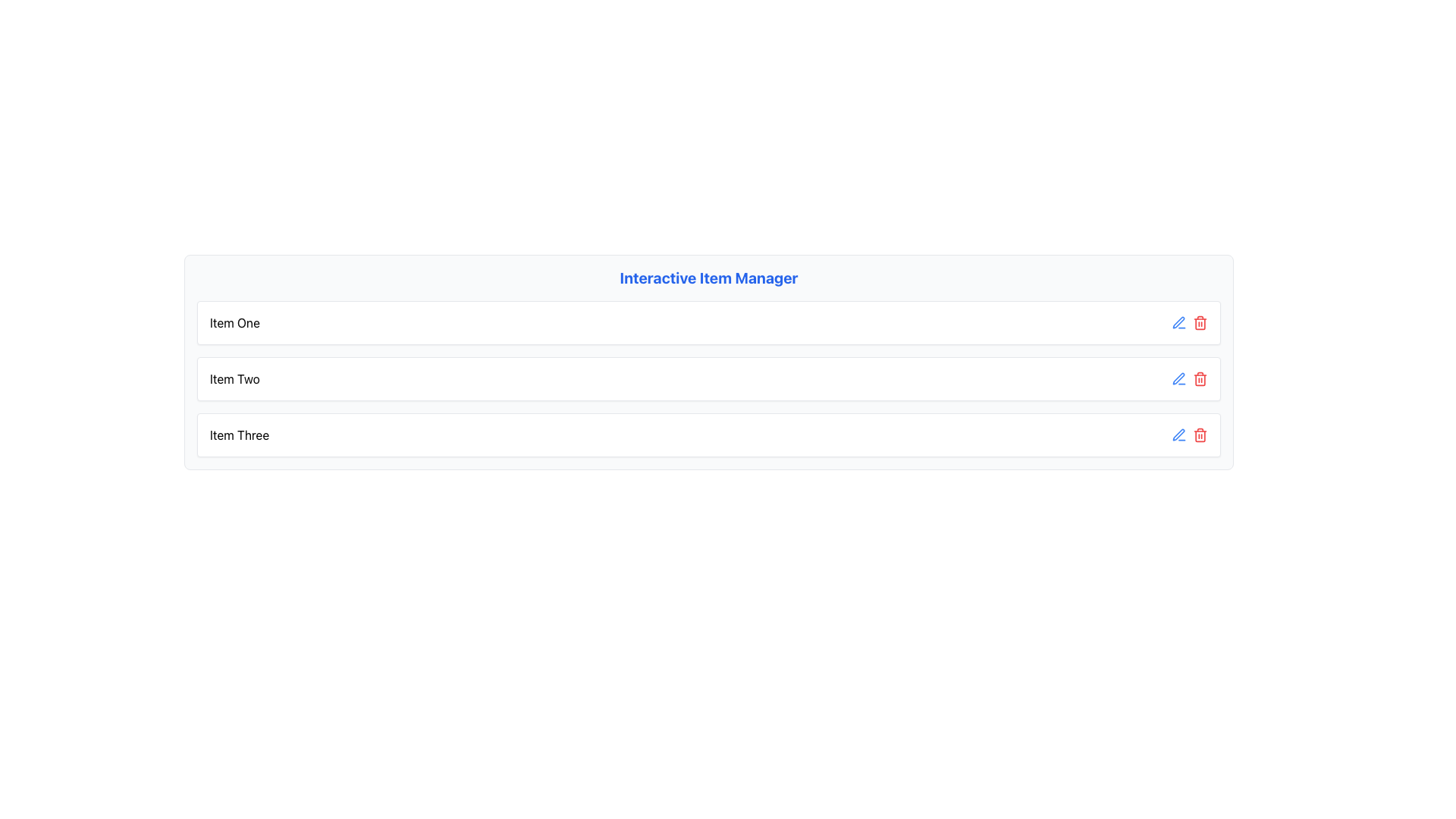  Describe the element at coordinates (708, 278) in the screenshot. I see `textual content of the text label that serves as a section title, providing context to the items listed below` at that location.